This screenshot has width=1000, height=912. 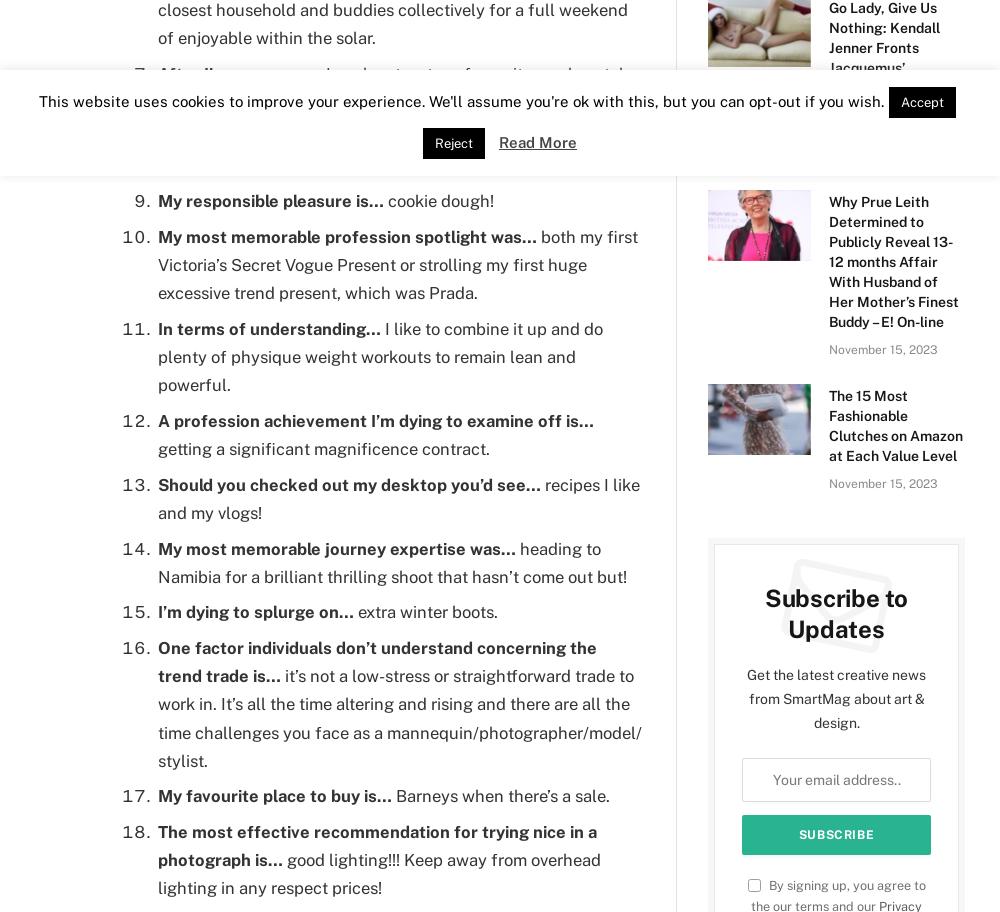 What do you see at coordinates (348, 483) in the screenshot?
I see `'Should you checked out my desktop you’d see…'` at bounding box center [348, 483].